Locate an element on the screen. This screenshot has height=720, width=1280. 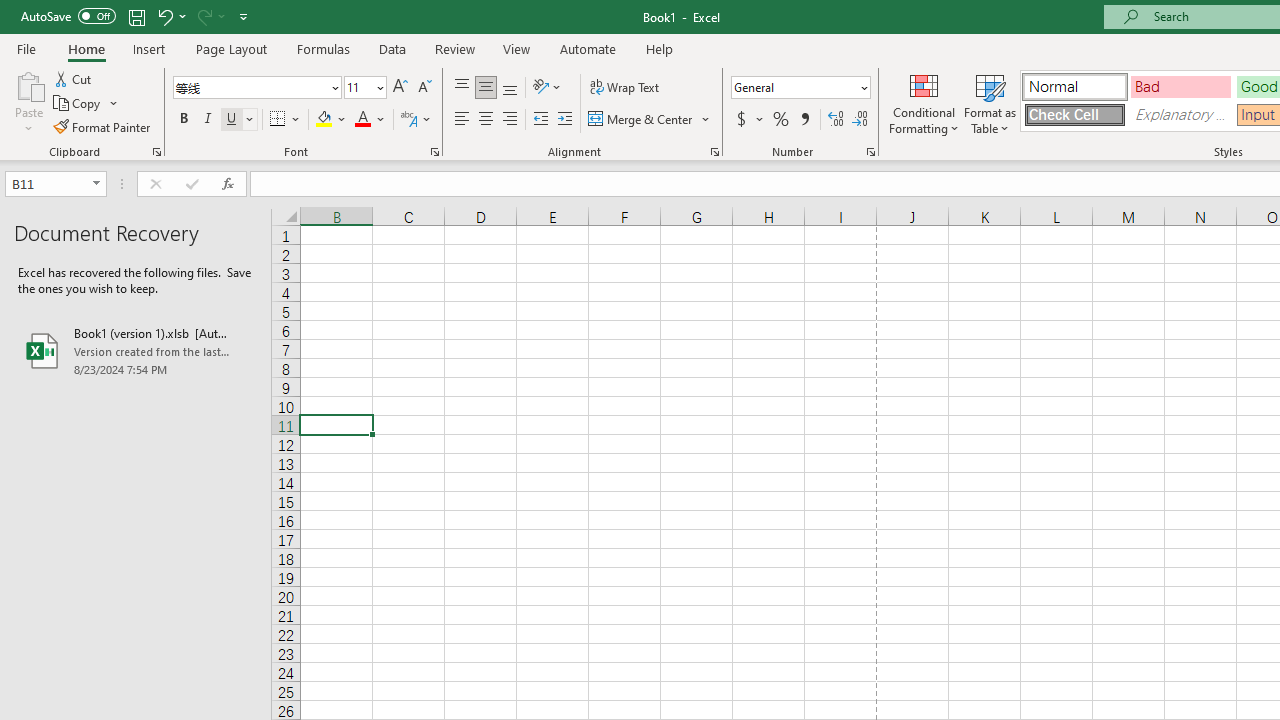
'Number Format' is located at coordinates (793, 86).